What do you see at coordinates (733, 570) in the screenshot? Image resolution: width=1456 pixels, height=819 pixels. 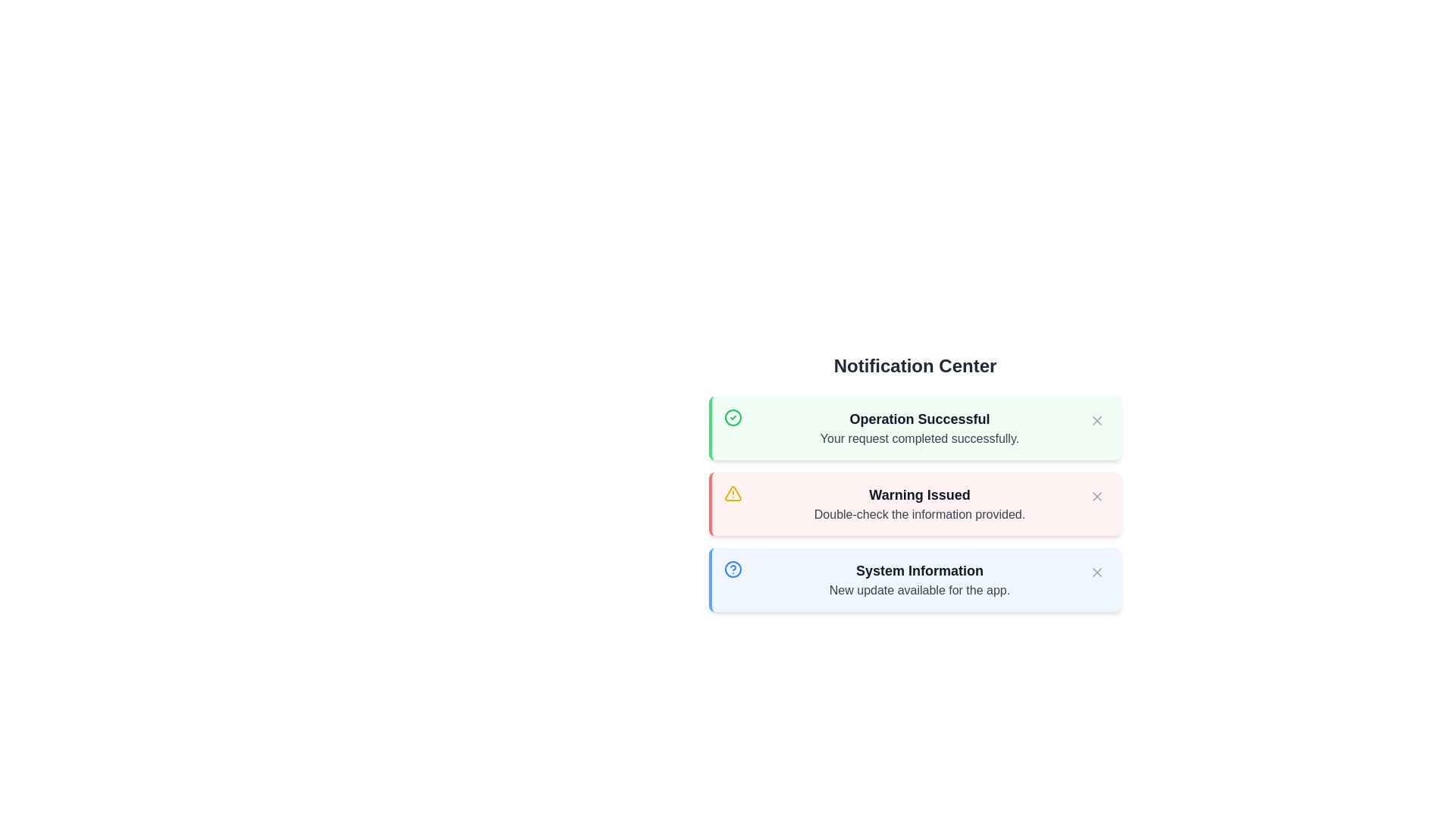 I see `the SVG circle component located within the third notification card labeled 'System Information', positioned to the left of the notification text` at bounding box center [733, 570].